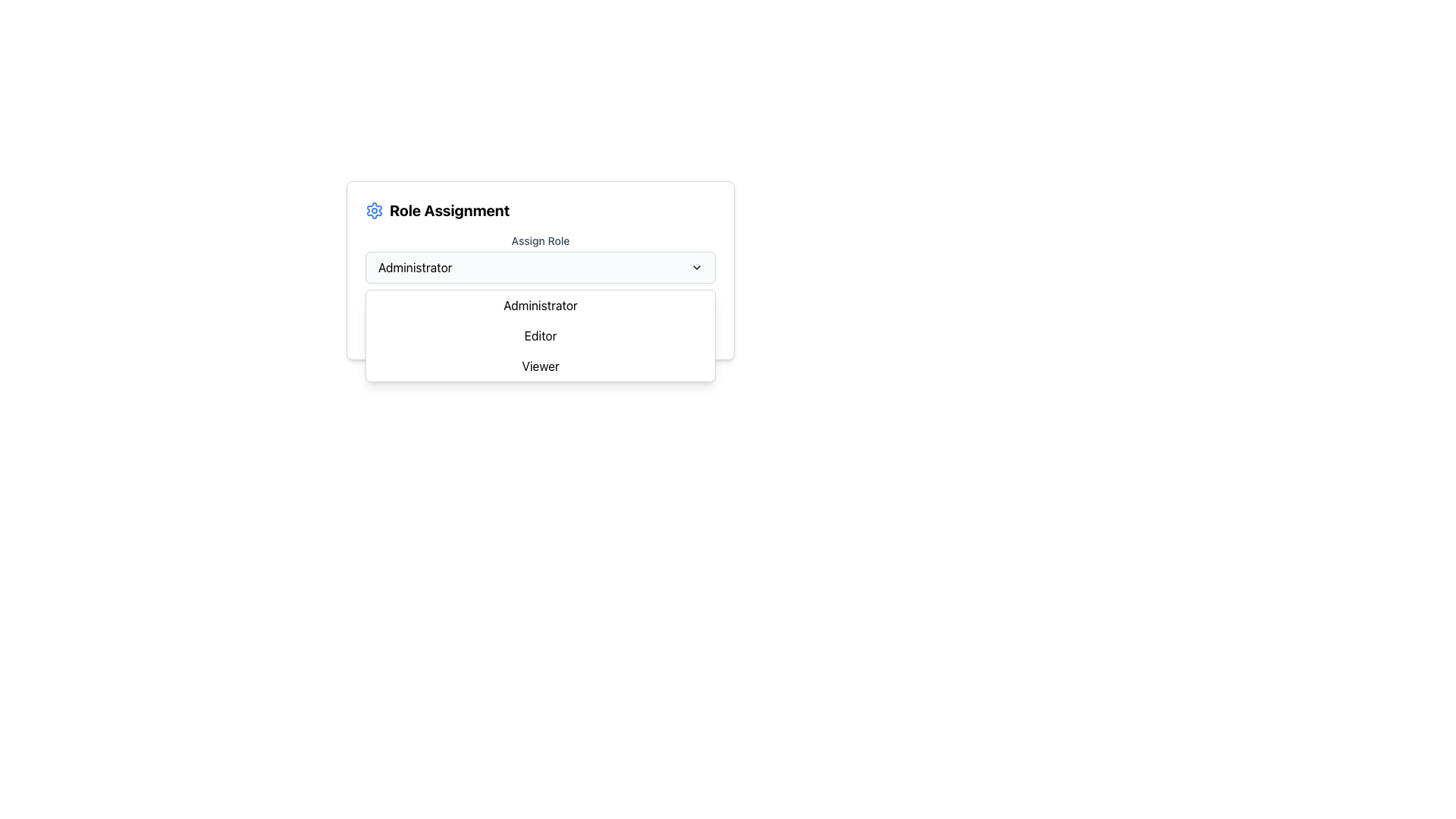 The width and height of the screenshot is (1456, 819). What do you see at coordinates (541, 270) in the screenshot?
I see `the 'Role Assignment' dropdown menu` at bounding box center [541, 270].